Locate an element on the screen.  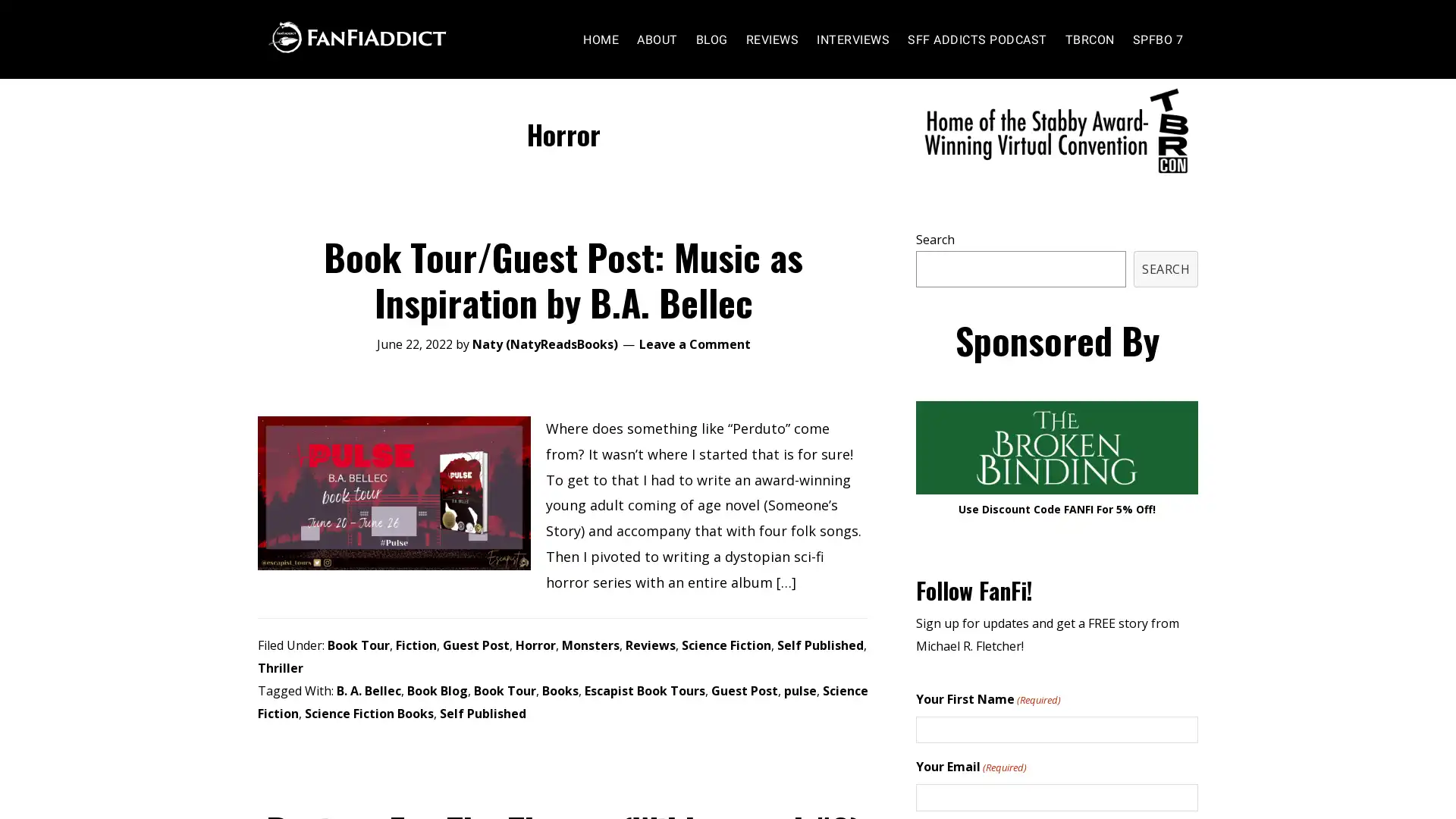
SEARCH is located at coordinates (1165, 298).